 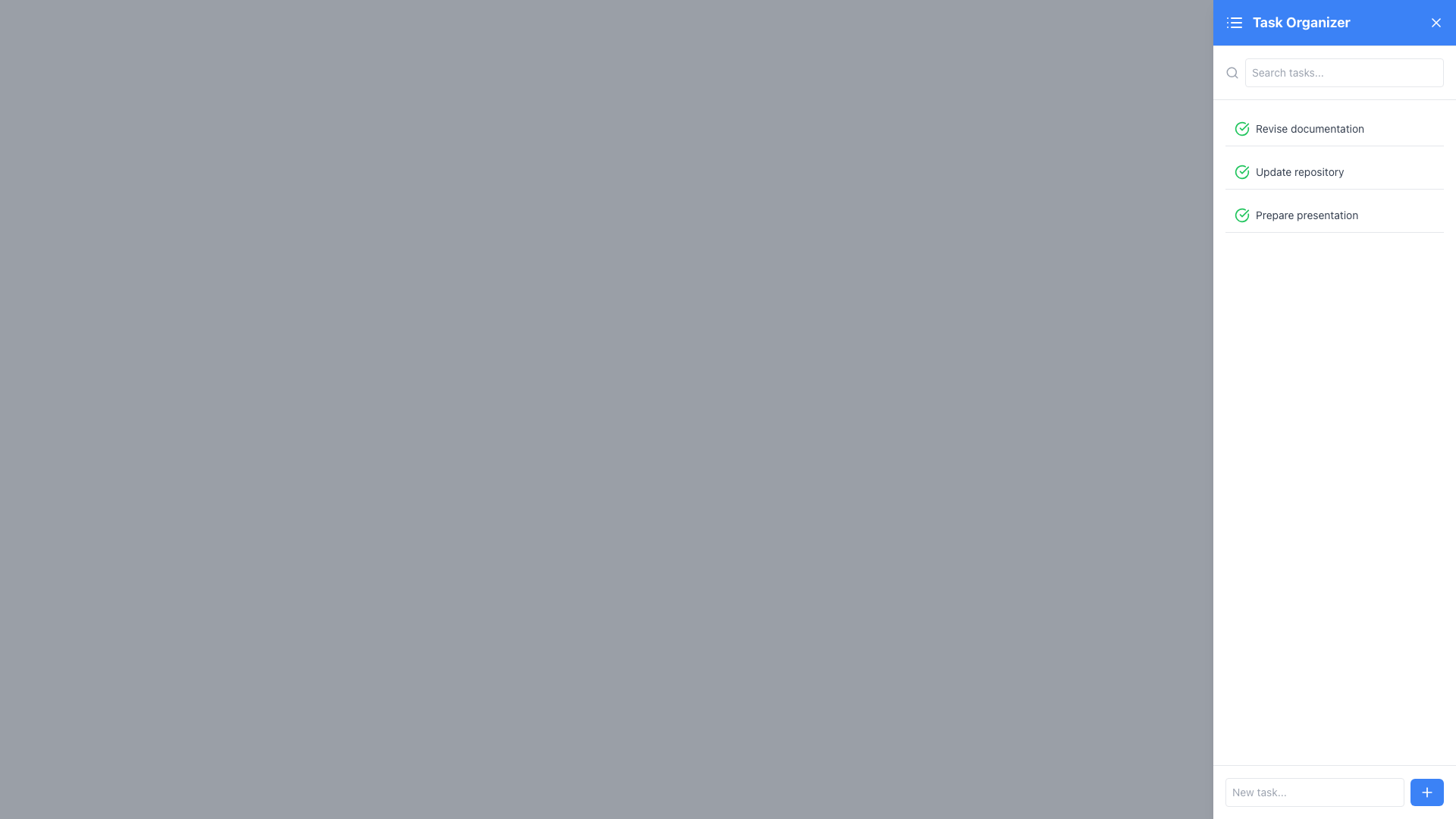 I want to click on the blue button with a white plus icon located at the far-right side of the input field titled 'New task...', so click(x=1426, y=792).